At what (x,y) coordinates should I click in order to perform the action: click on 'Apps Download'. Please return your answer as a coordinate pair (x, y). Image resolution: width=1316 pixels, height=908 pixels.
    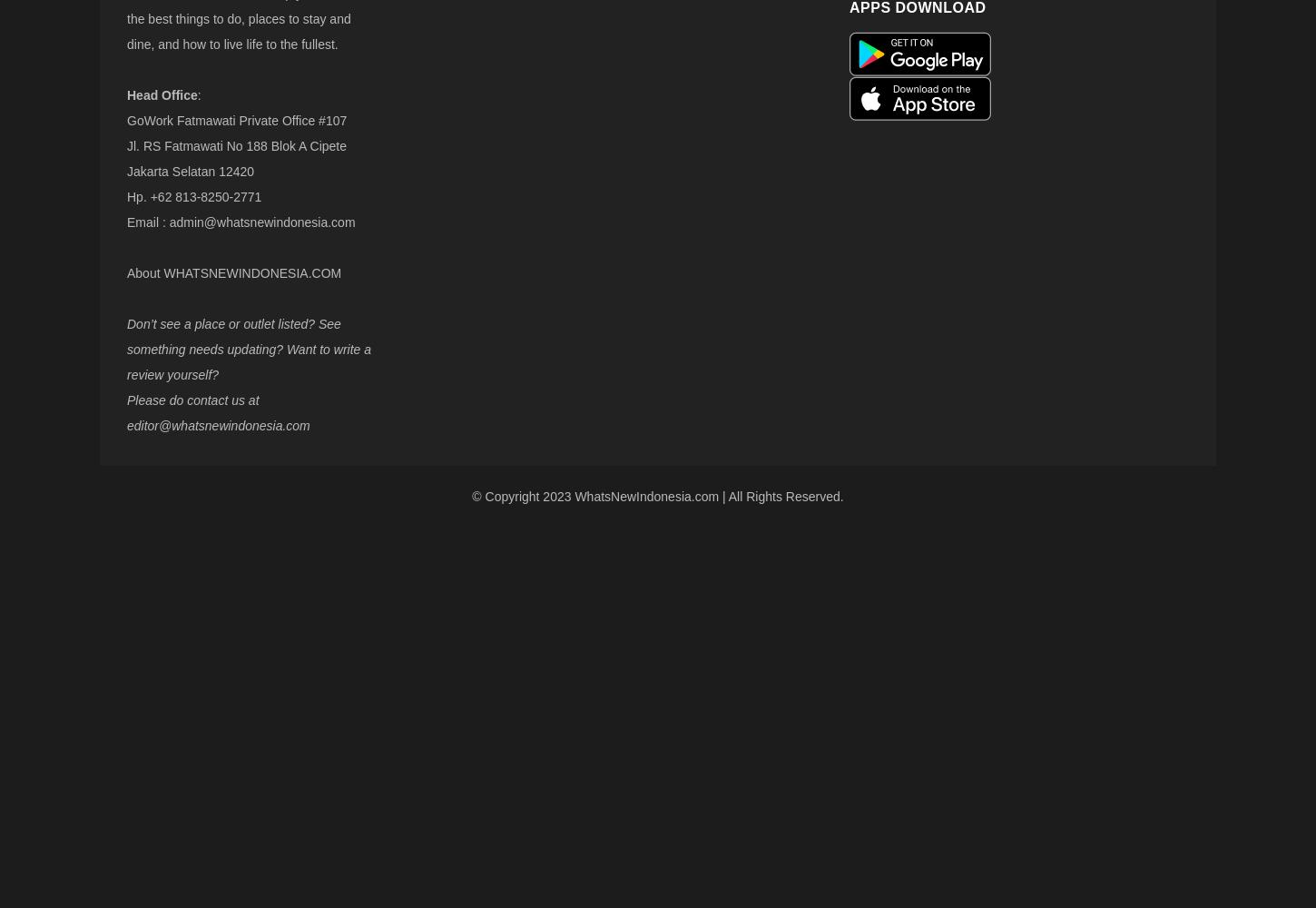
    Looking at the image, I should click on (848, 7).